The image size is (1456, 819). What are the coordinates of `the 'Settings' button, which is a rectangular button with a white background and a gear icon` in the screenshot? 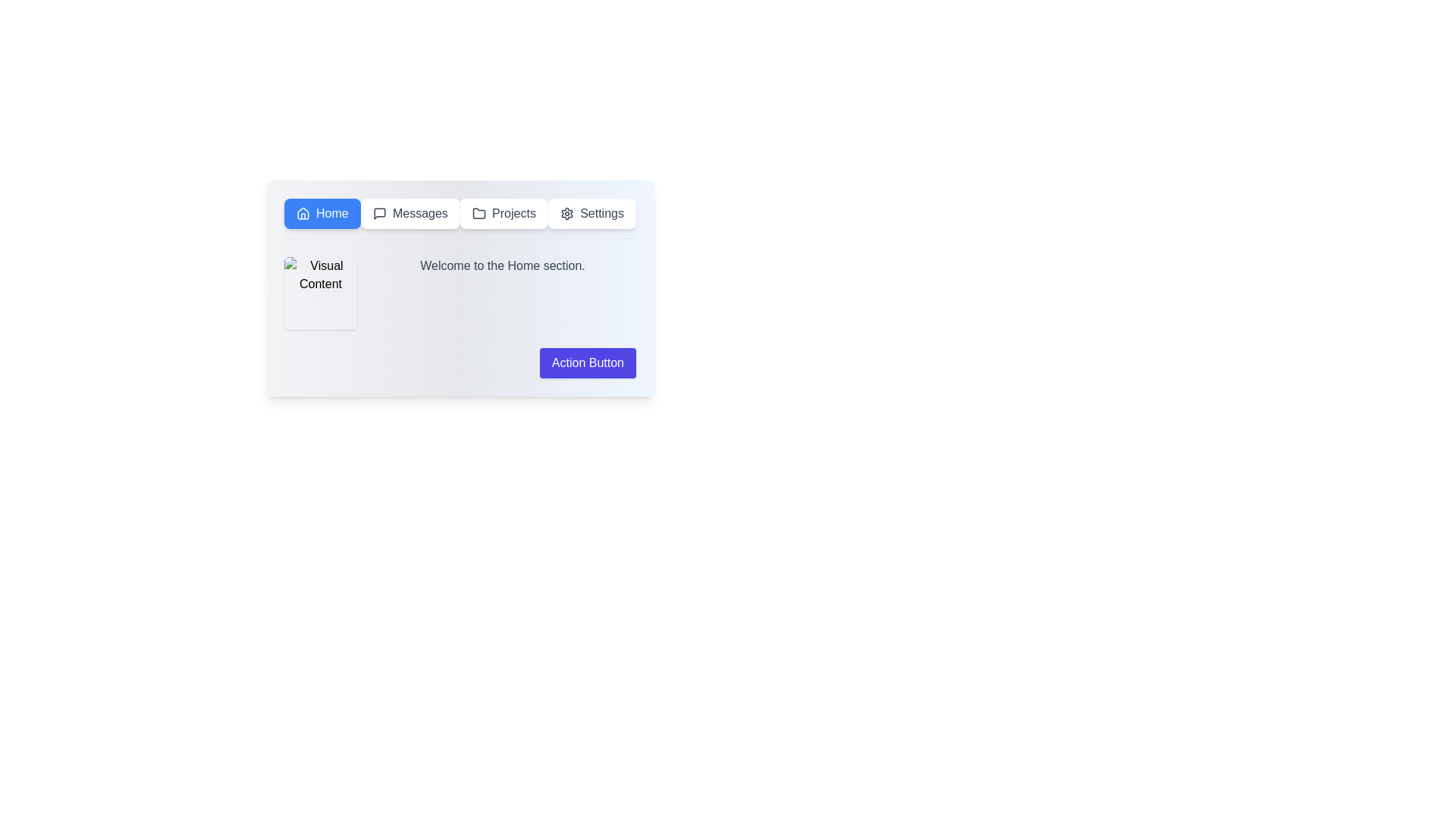 It's located at (591, 213).